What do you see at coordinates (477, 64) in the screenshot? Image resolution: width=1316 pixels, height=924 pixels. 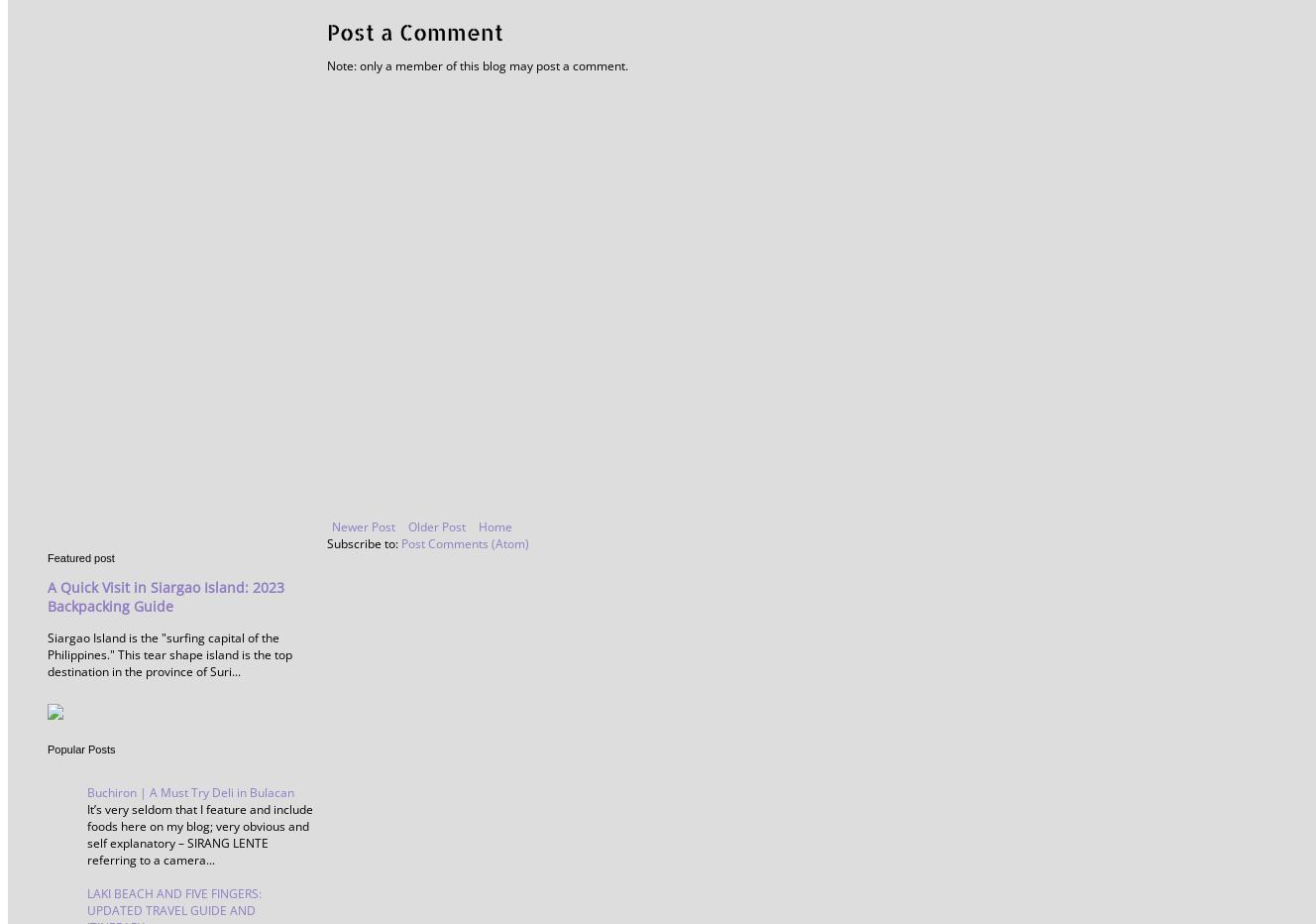 I see `'Note: only a member of this blog may post a comment.'` at bounding box center [477, 64].